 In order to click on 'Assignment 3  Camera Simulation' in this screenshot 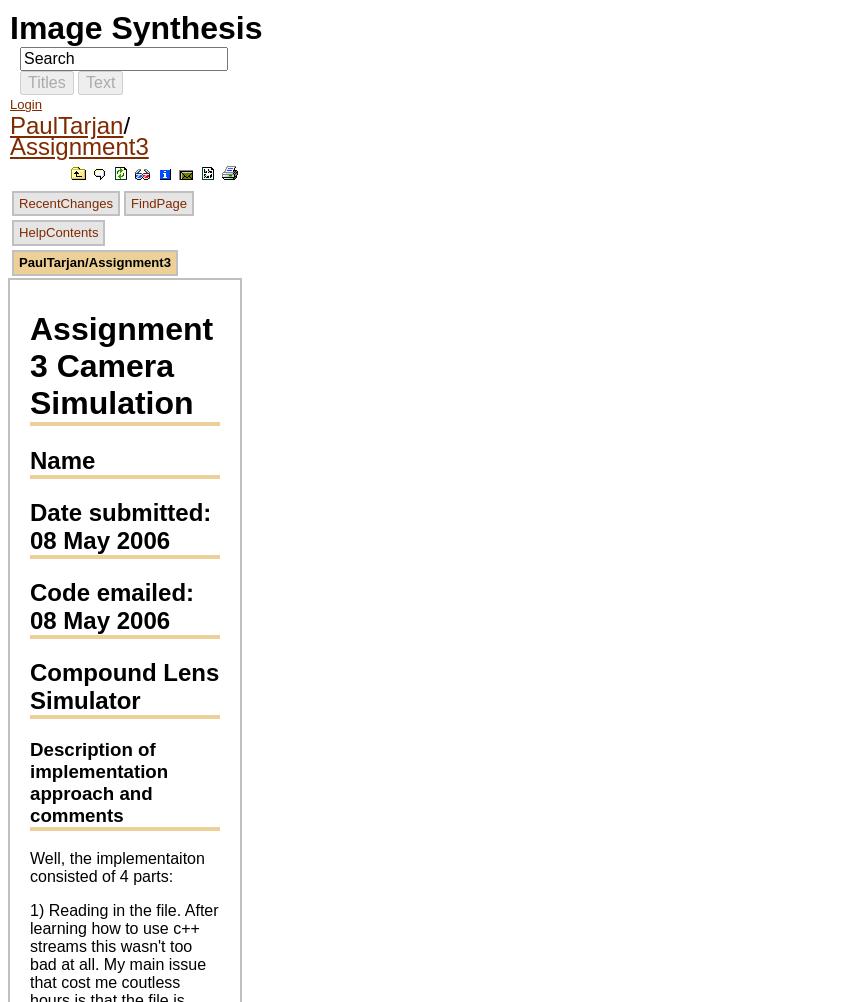, I will do `click(29, 365)`.